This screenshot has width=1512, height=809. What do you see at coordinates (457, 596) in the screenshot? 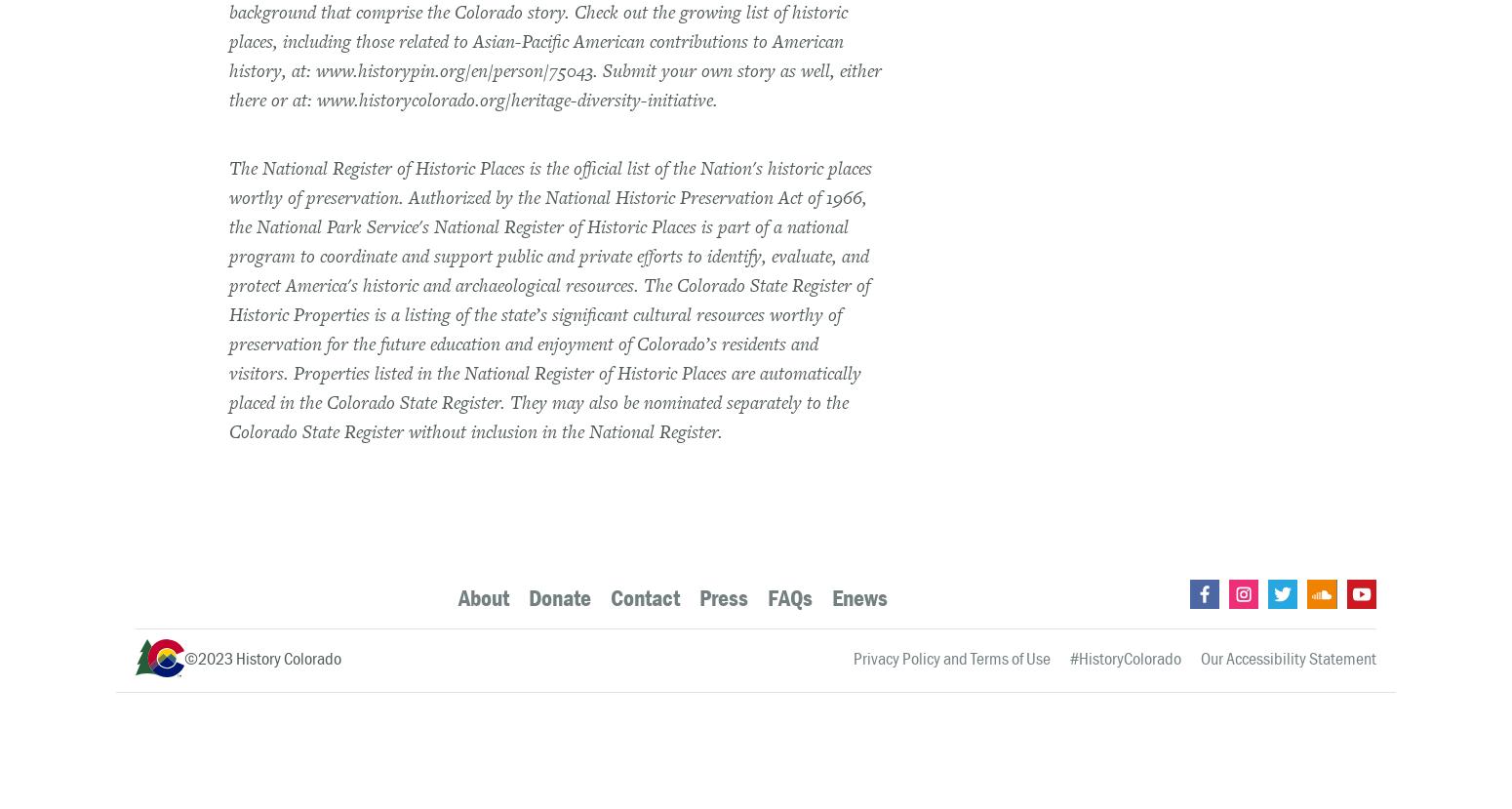
I see `'About'` at bounding box center [457, 596].